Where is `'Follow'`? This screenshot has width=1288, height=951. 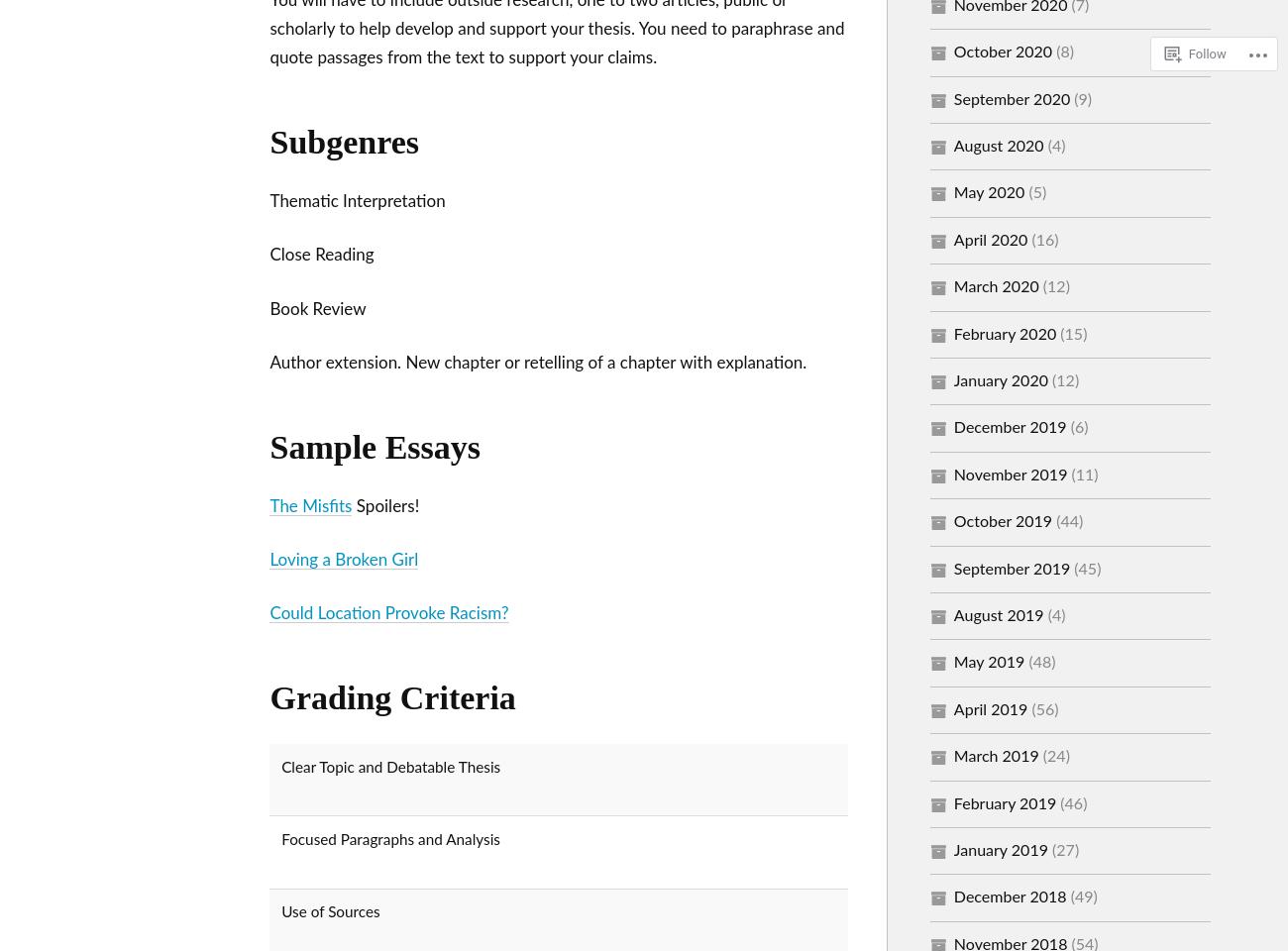
'Follow' is located at coordinates (1205, 51).